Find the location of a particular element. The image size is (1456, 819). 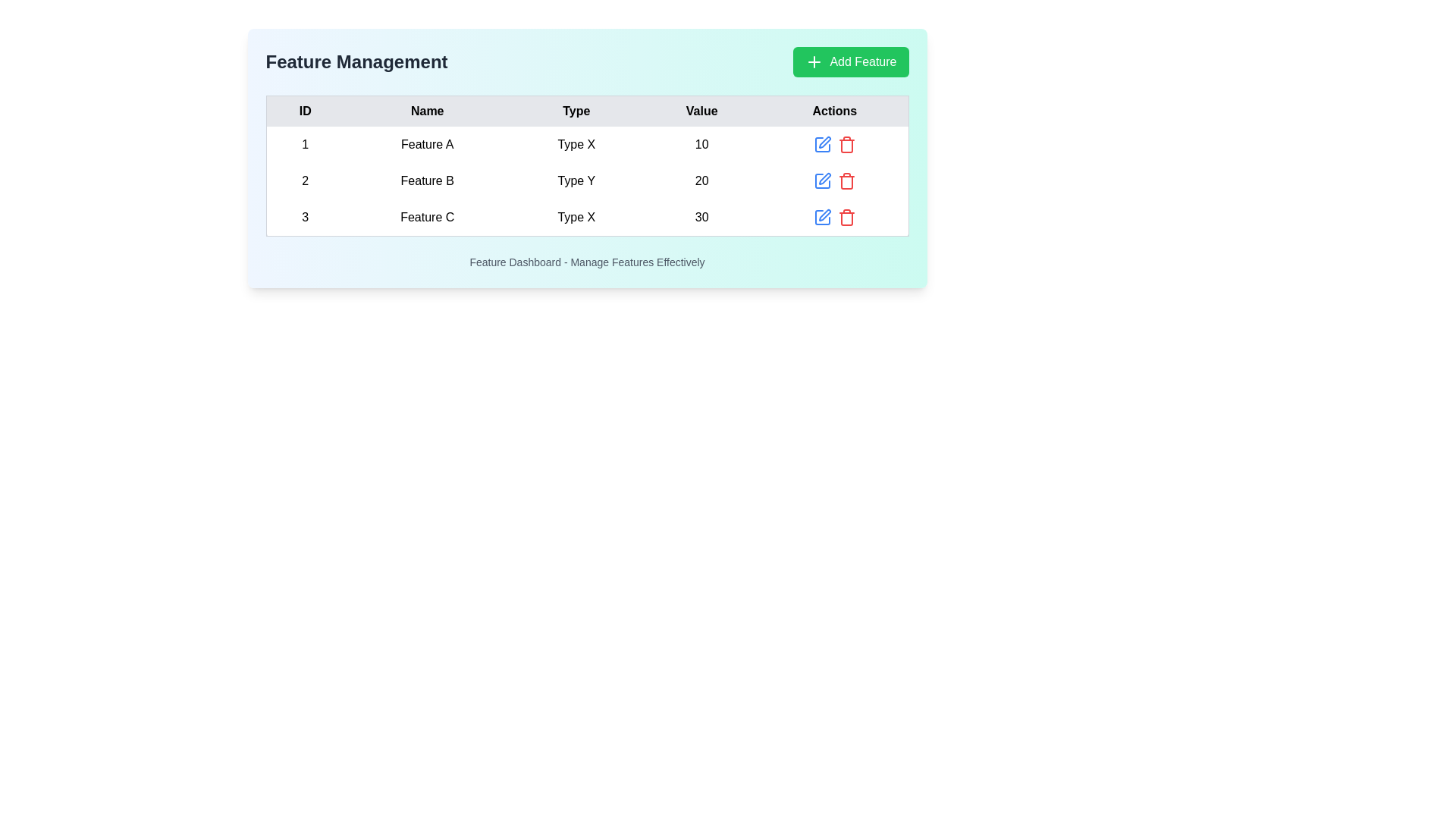

the pen-shaped icon button in the last row of the 'Actions' column, which suggests an editing or drawing action is located at coordinates (824, 215).